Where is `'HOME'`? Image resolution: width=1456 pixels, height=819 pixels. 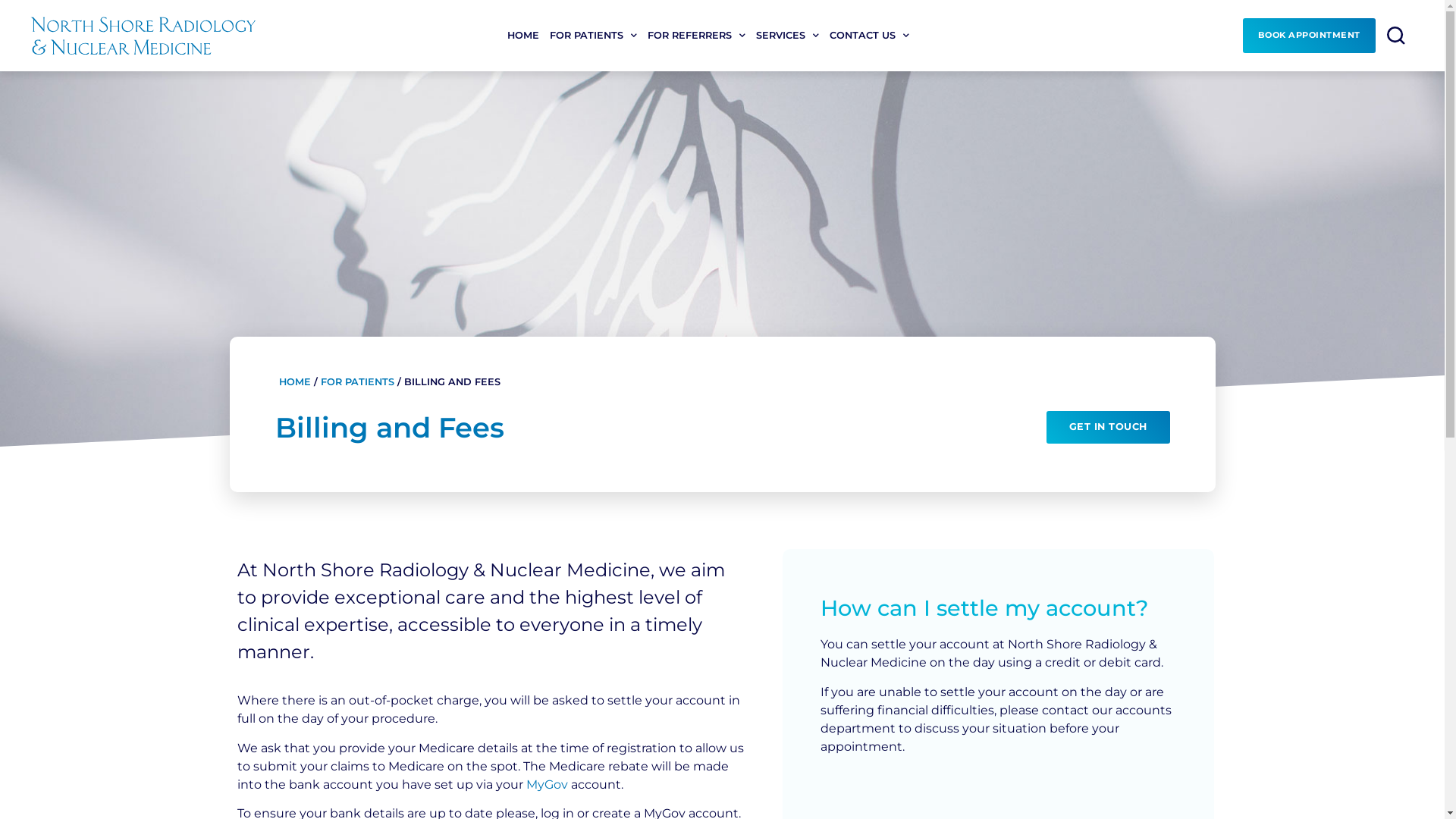 'HOME' is located at coordinates (523, 34).